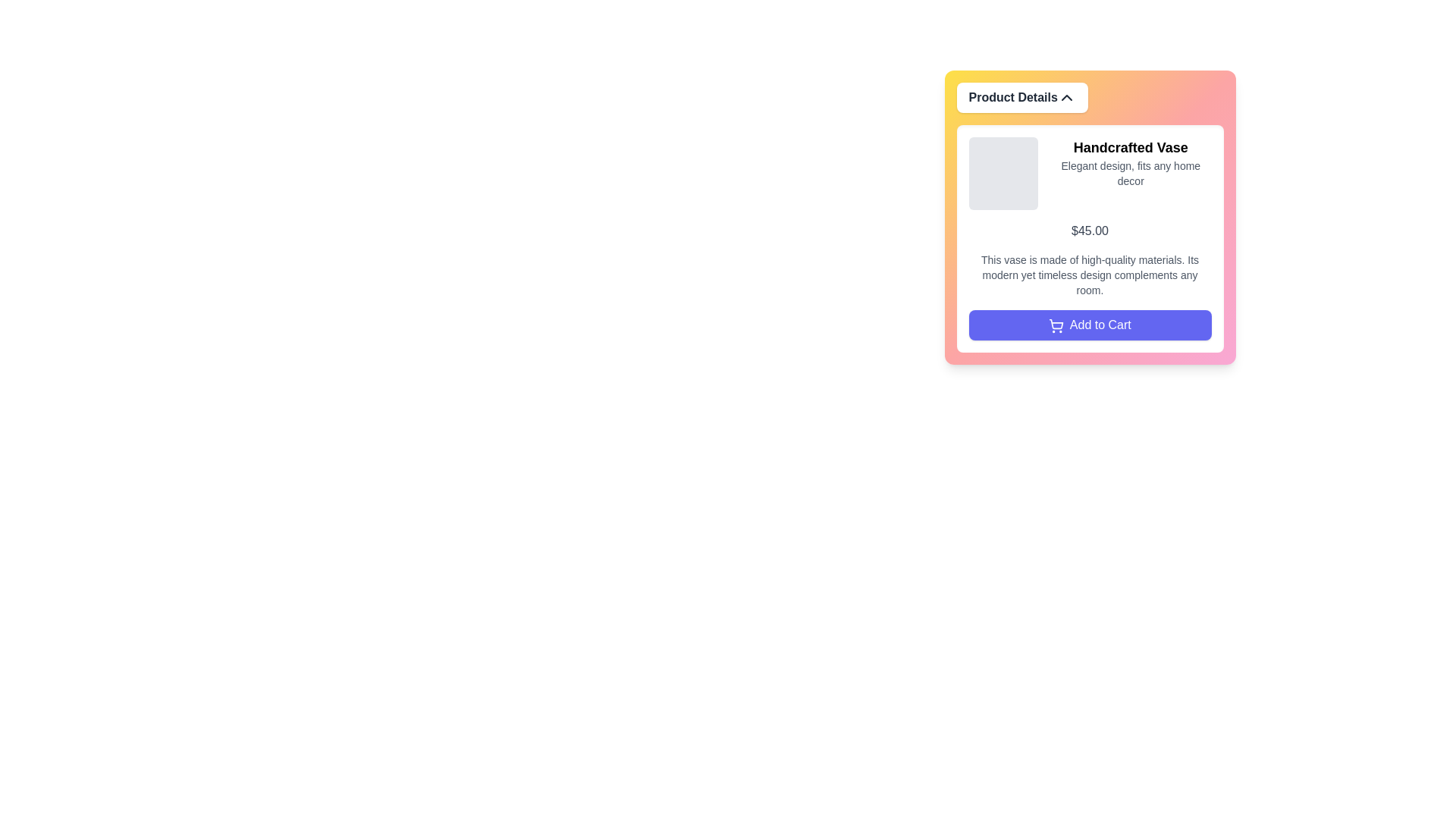 Image resolution: width=1456 pixels, height=819 pixels. I want to click on the small chevron-down icon with a triangular shape located at the right end of the 'Product Details' bar, so click(1065, 97).